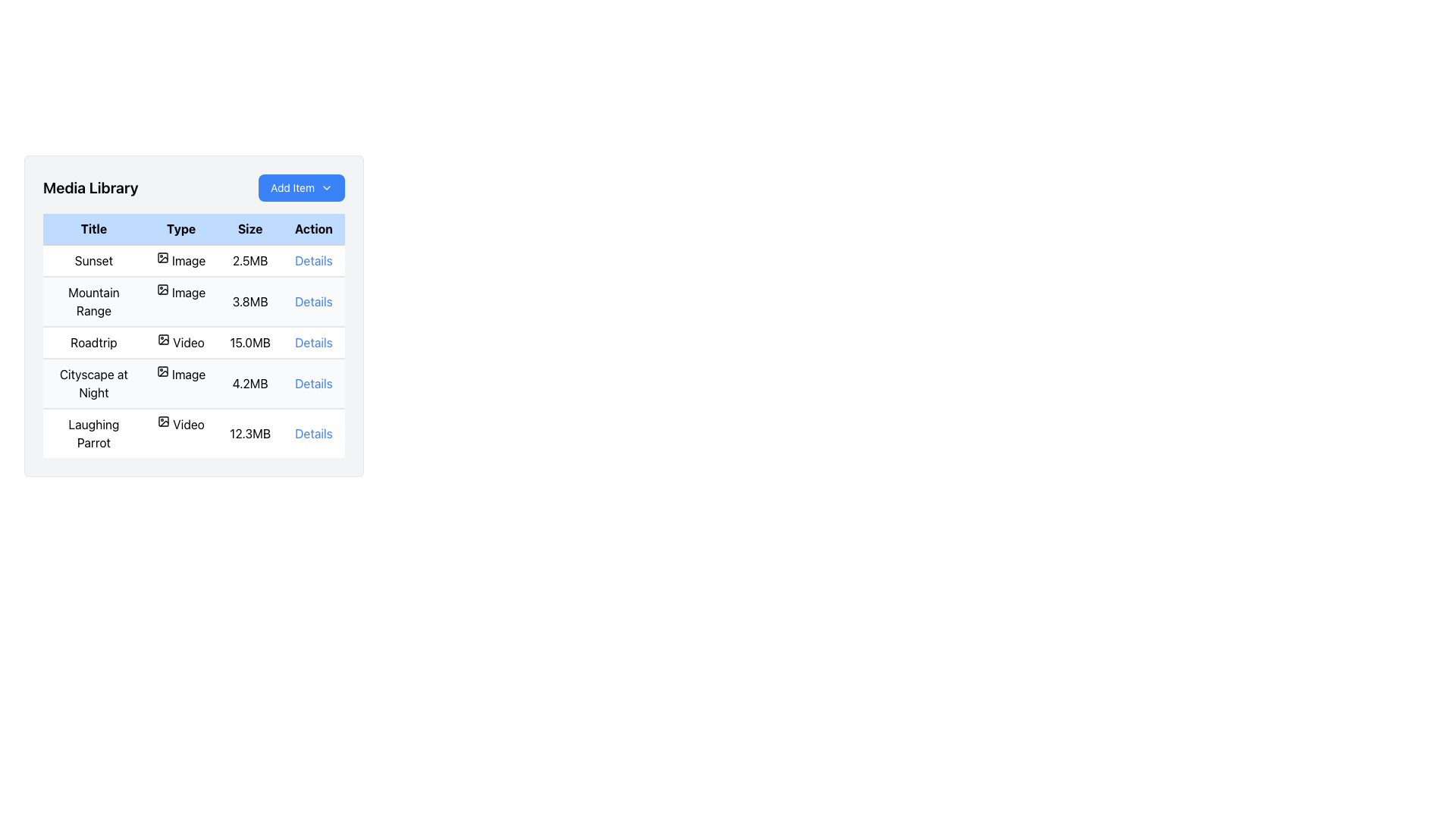  What do you see at coordinates (250, 342) in the screenshot?
I see `the static text displaying the size of the item 'Roadtrip' in the 'Media Library' table, located in the 'Size' column between the 'Type' value 'Video' and the 'Action' link 'Details'` at bounding box center [250, 342].